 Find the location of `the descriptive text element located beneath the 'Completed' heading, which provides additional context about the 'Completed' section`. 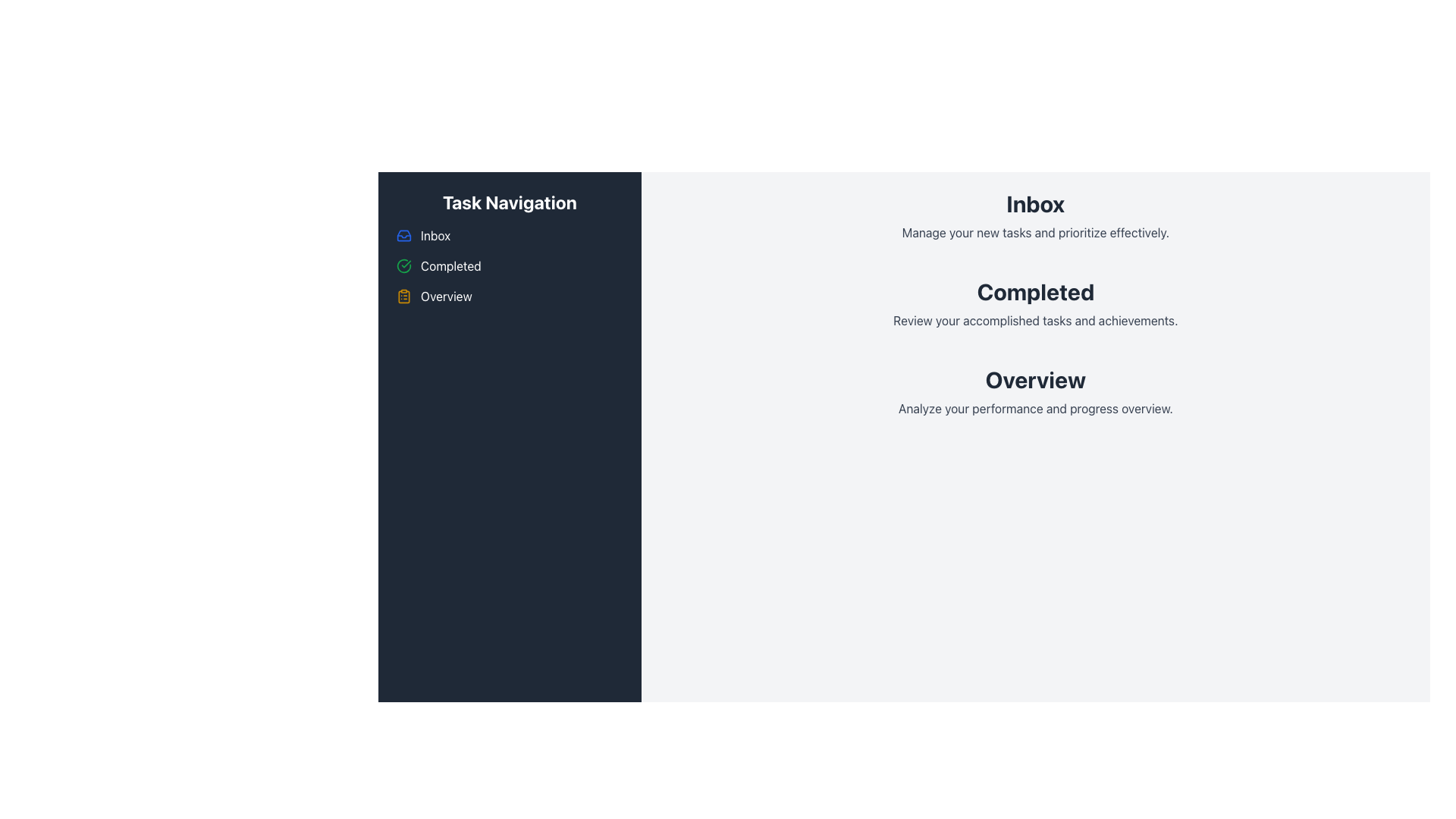

the descriptive text element located beneath the 'Completed' heading, which provides additional context about the 'Completed' section is located at coordinates (1034, 320).